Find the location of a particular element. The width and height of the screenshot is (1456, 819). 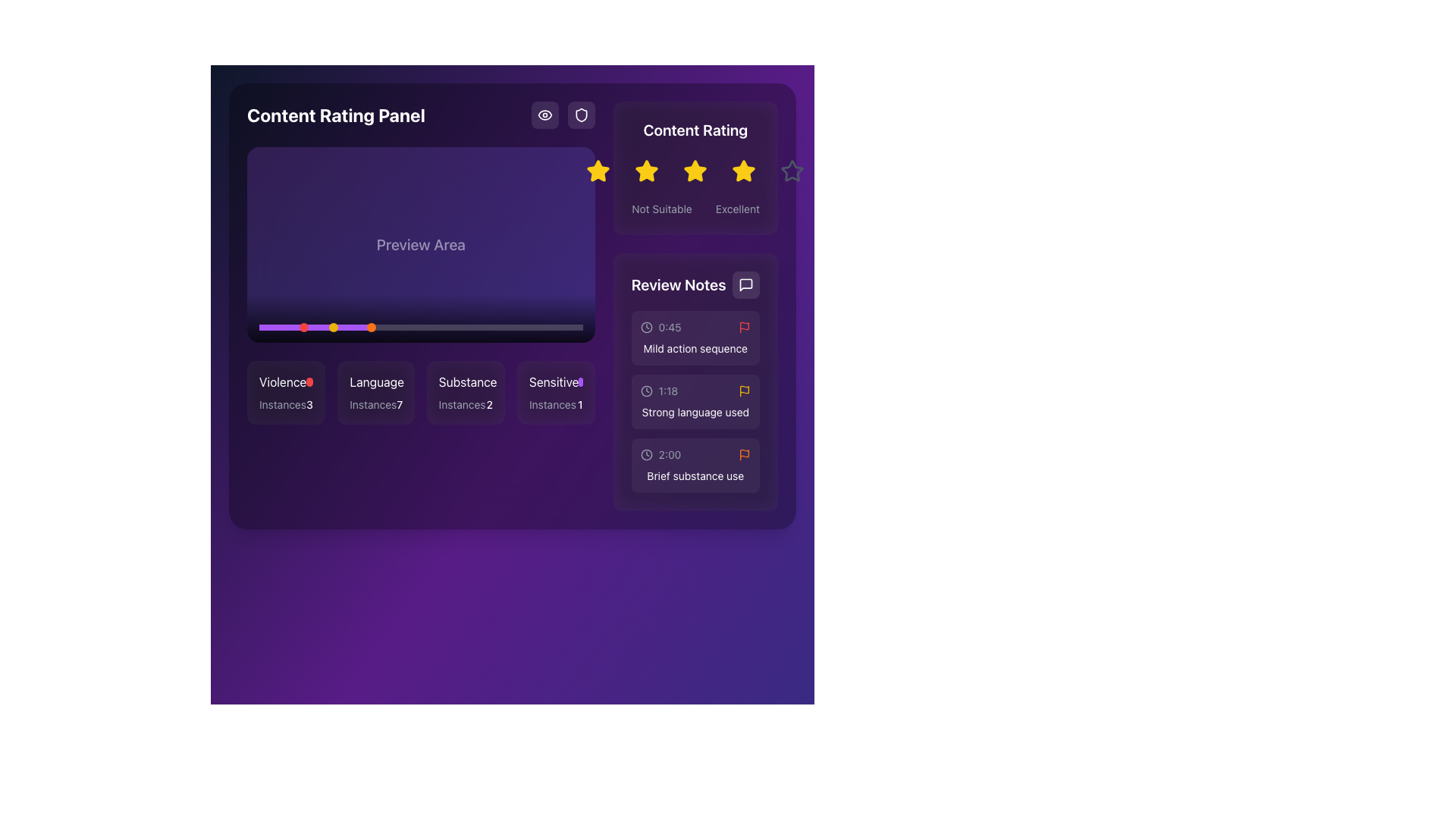

the first marker dot on the progress bar, which indicates a specific event or marker related to the content being analyzed is located at coordinates (303, 327).